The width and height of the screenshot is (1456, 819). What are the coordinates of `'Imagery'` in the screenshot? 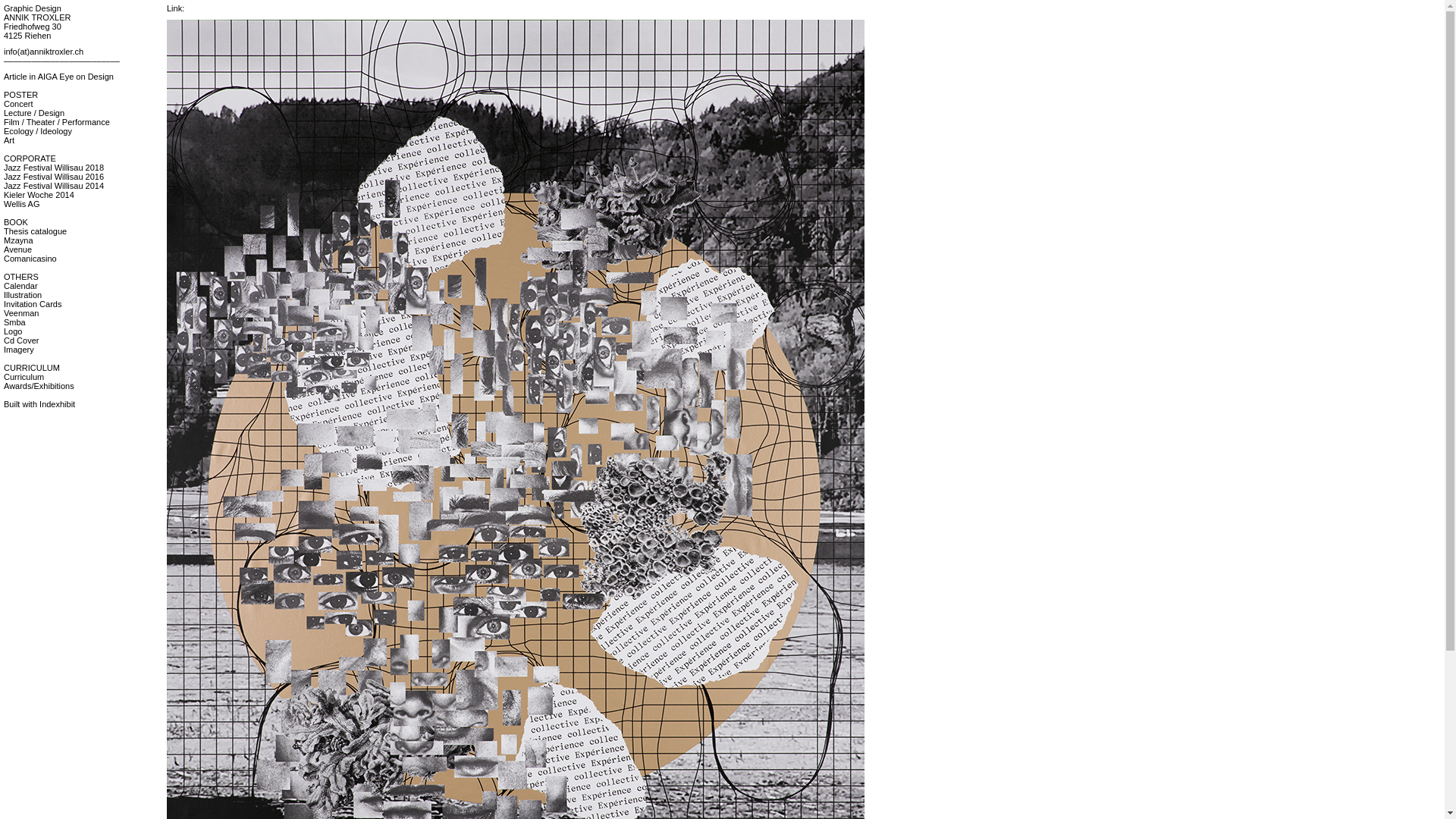 It's located at (18, 350).